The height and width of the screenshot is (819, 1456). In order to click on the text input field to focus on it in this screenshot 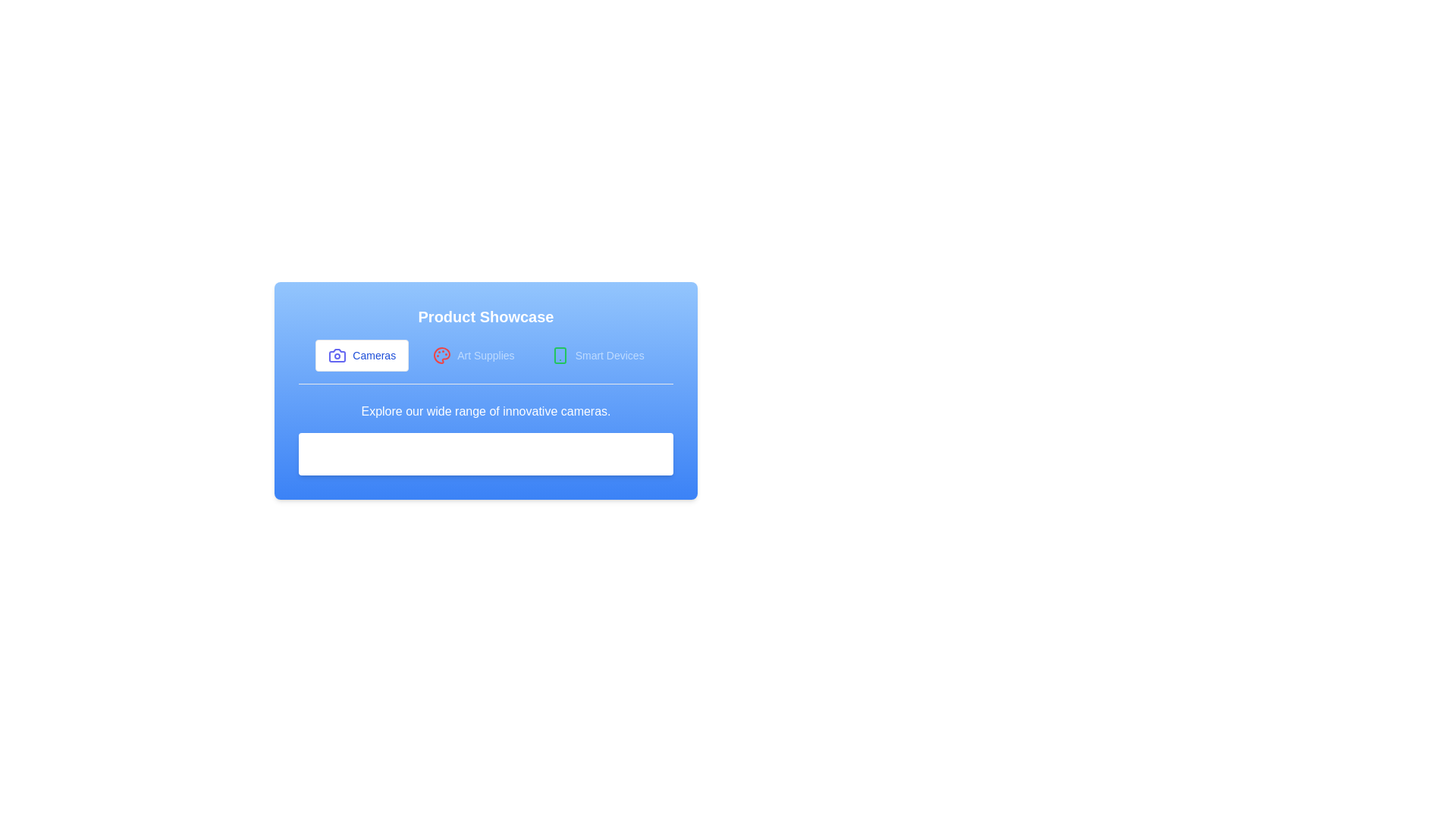, I will do `click(486, 453)`.